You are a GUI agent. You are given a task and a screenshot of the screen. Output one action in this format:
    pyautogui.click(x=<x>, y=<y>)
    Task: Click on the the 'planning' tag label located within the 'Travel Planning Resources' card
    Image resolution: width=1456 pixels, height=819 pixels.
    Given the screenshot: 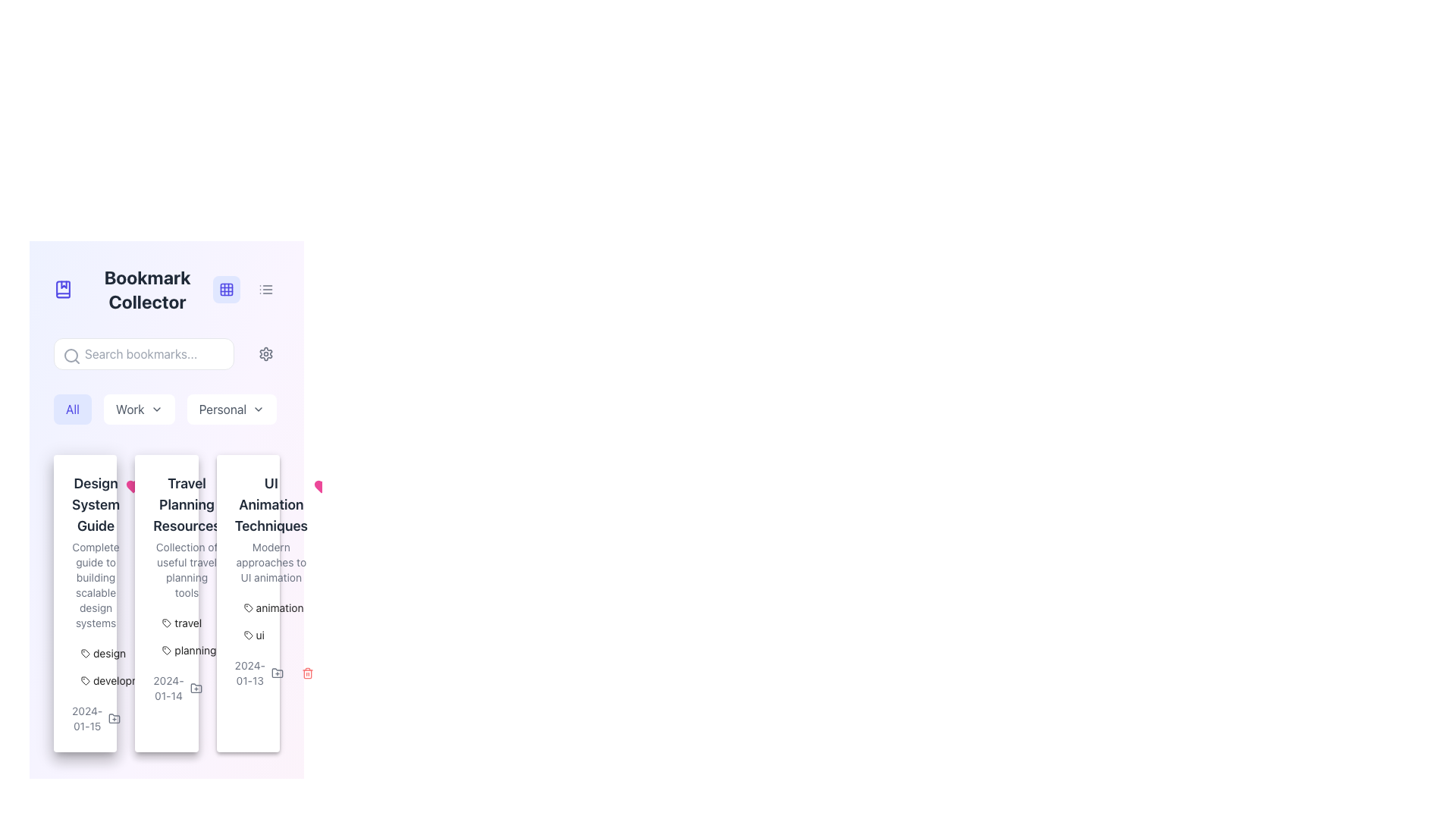 What is the action you would take?
    pyautogui.click(x=188, y=649)
    